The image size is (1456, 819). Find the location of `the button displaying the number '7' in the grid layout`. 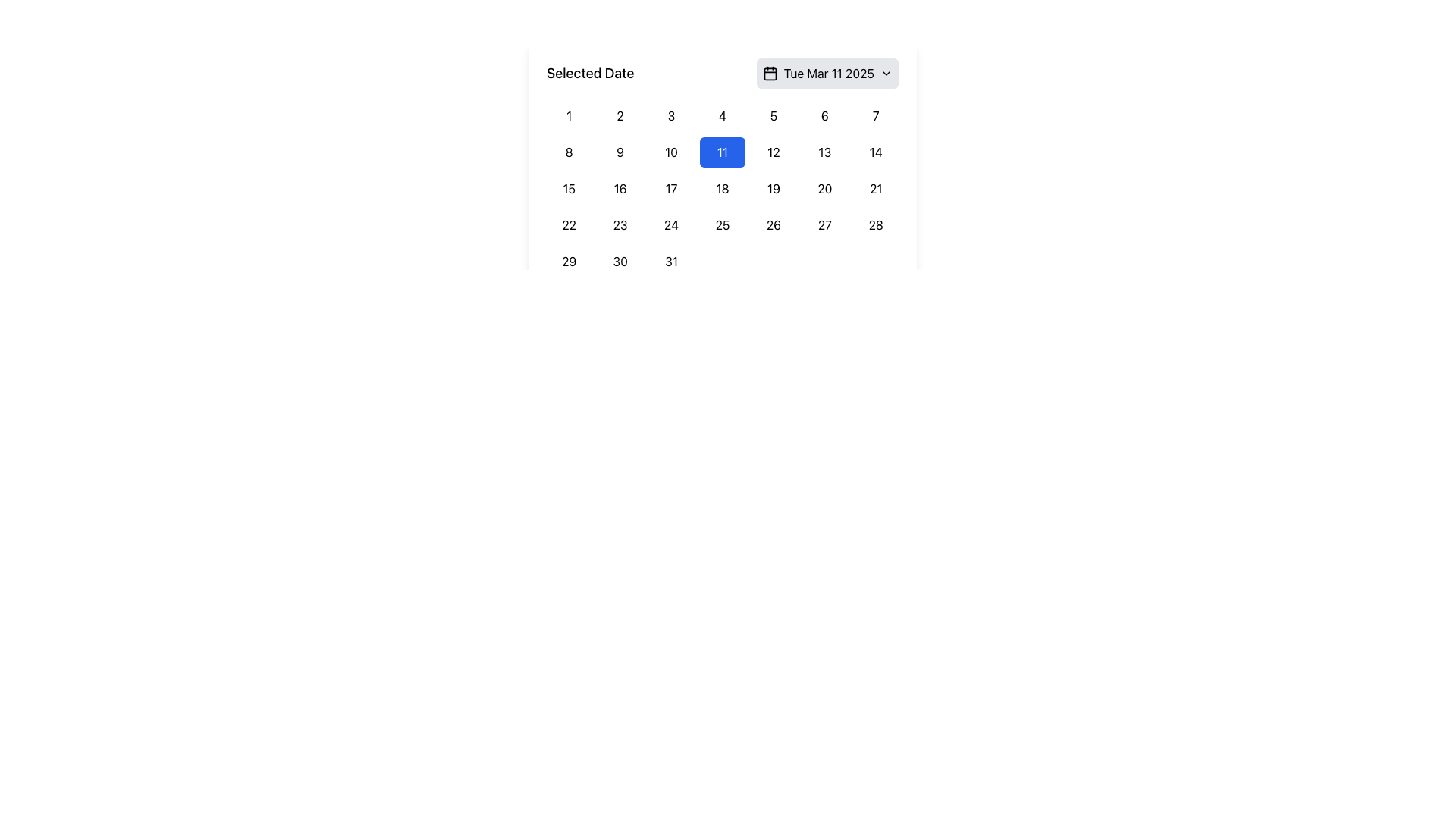

the button displaying the number '7' in the grid layout is located at coordinates (876, 115).